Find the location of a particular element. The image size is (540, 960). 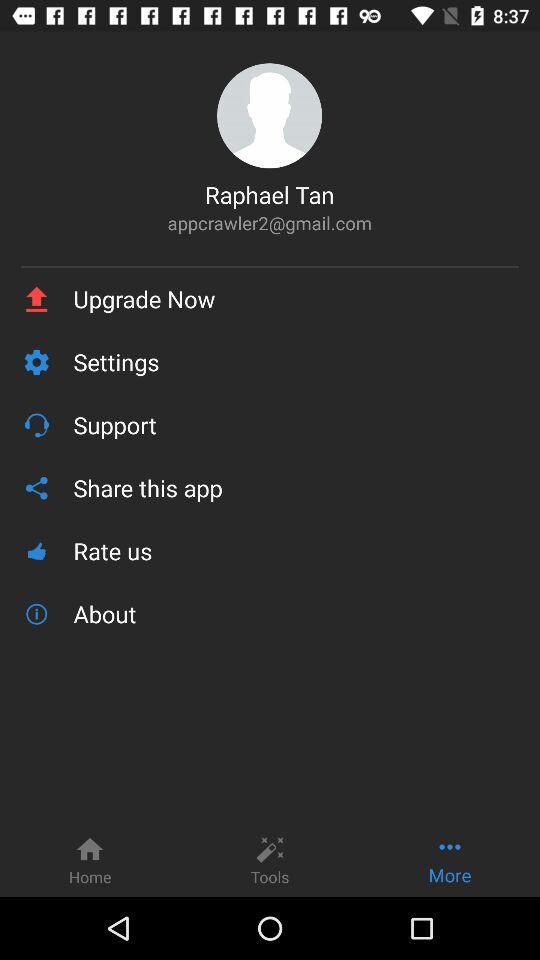

the rate us icon is located at coordinates (295, 551).